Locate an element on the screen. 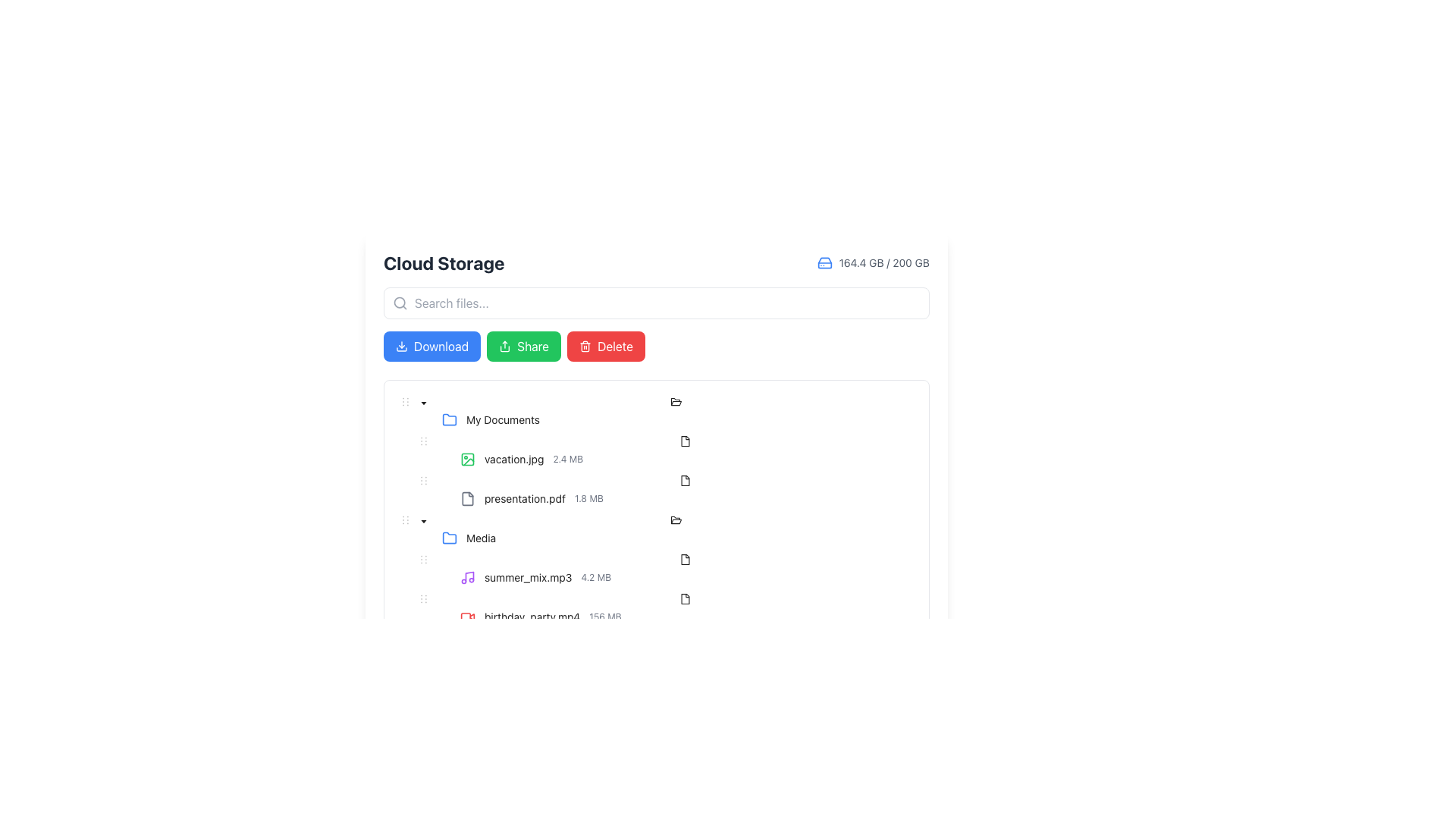 This screenshot has height=819, width=1456. the file icon styled as a document next to the entry 'summer_mix.mp3 4.2 MB' is located at coordinates (684, 559).